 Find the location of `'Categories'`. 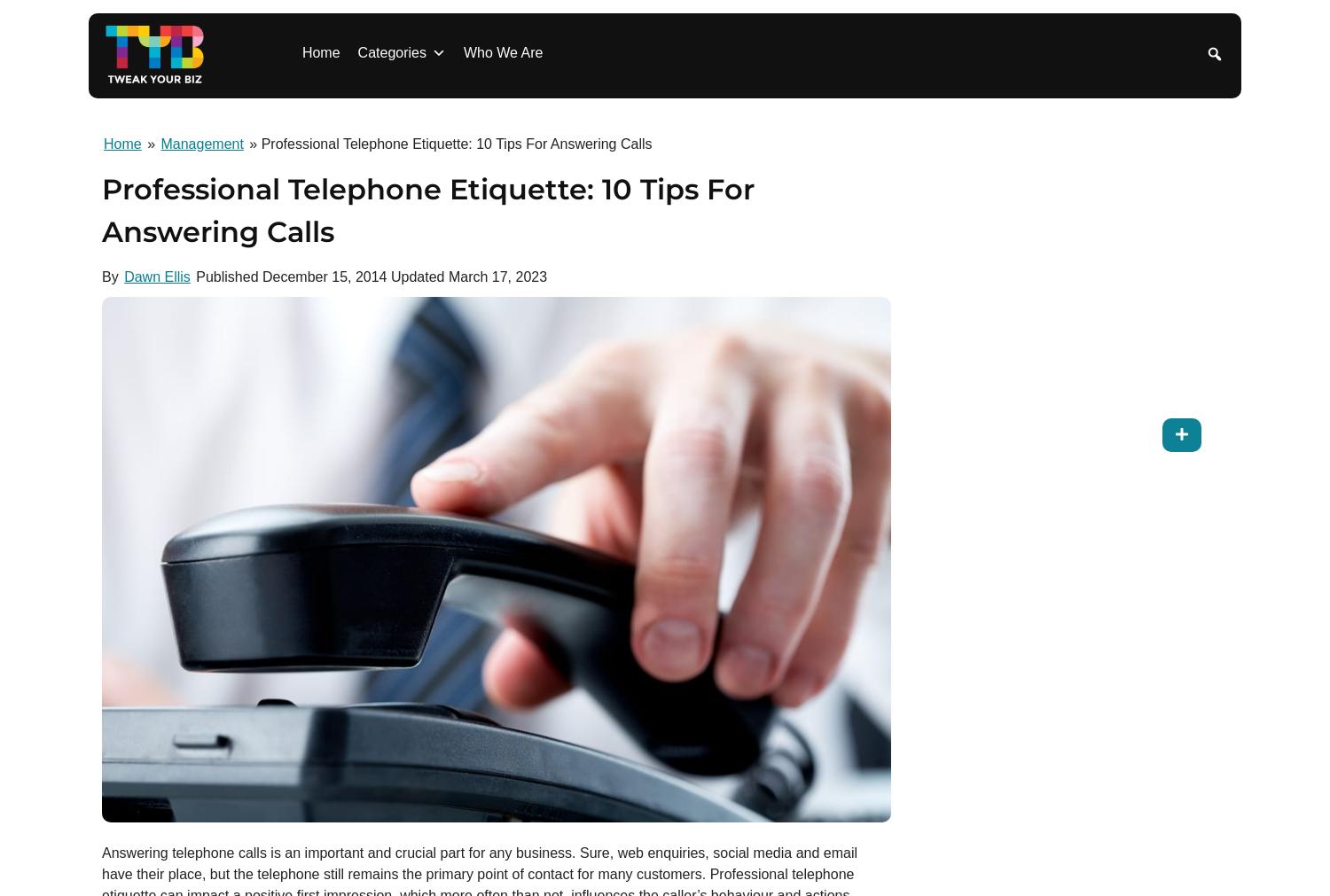

'Categories' is located at coordinates (390, 51).